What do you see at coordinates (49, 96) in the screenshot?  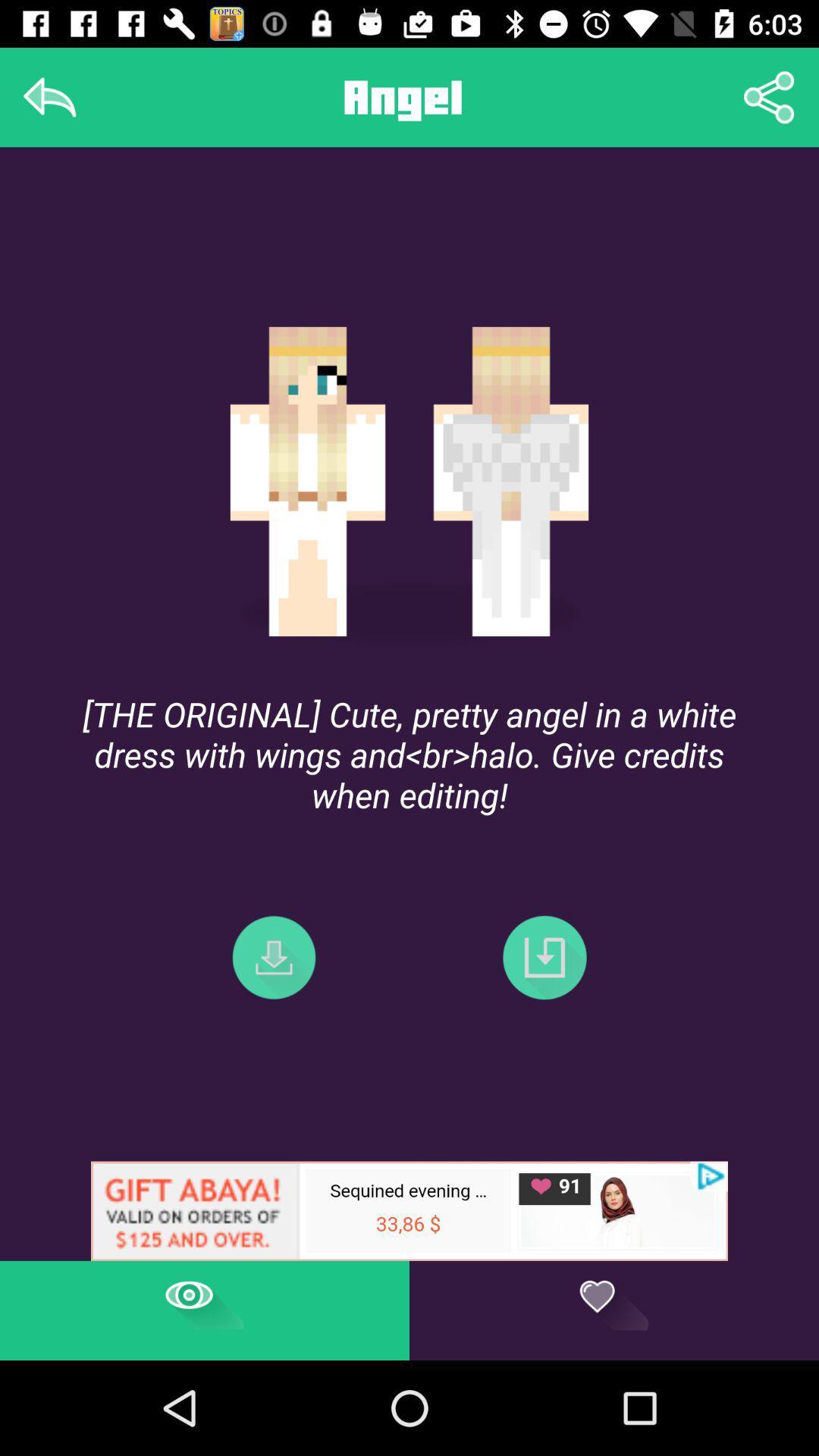 I see `the reply icon` at bounding box center [49, 96].